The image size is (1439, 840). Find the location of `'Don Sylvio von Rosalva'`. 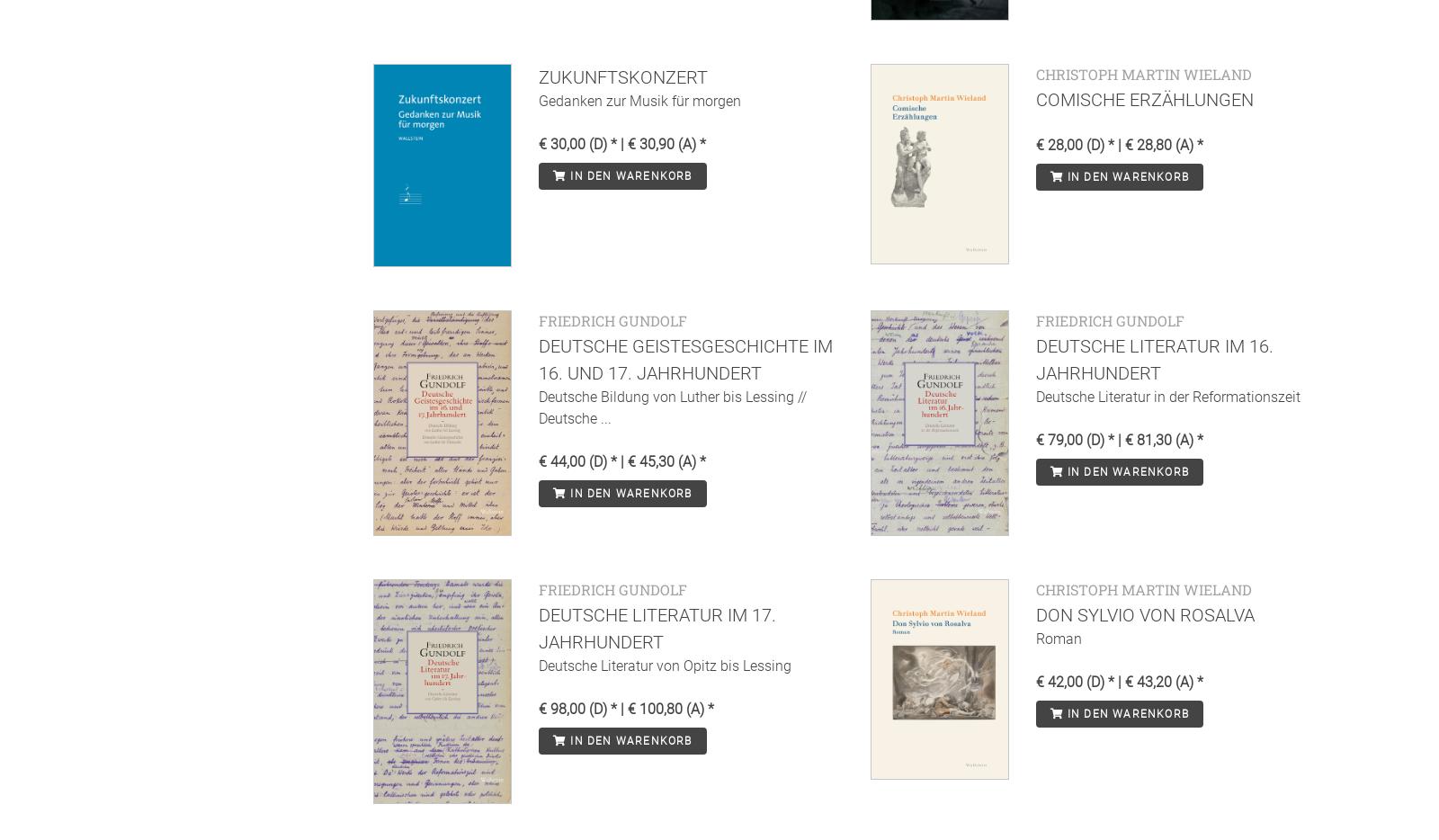

'Don Sylvio von Rosalva' is located at coordinates (1143, 613).